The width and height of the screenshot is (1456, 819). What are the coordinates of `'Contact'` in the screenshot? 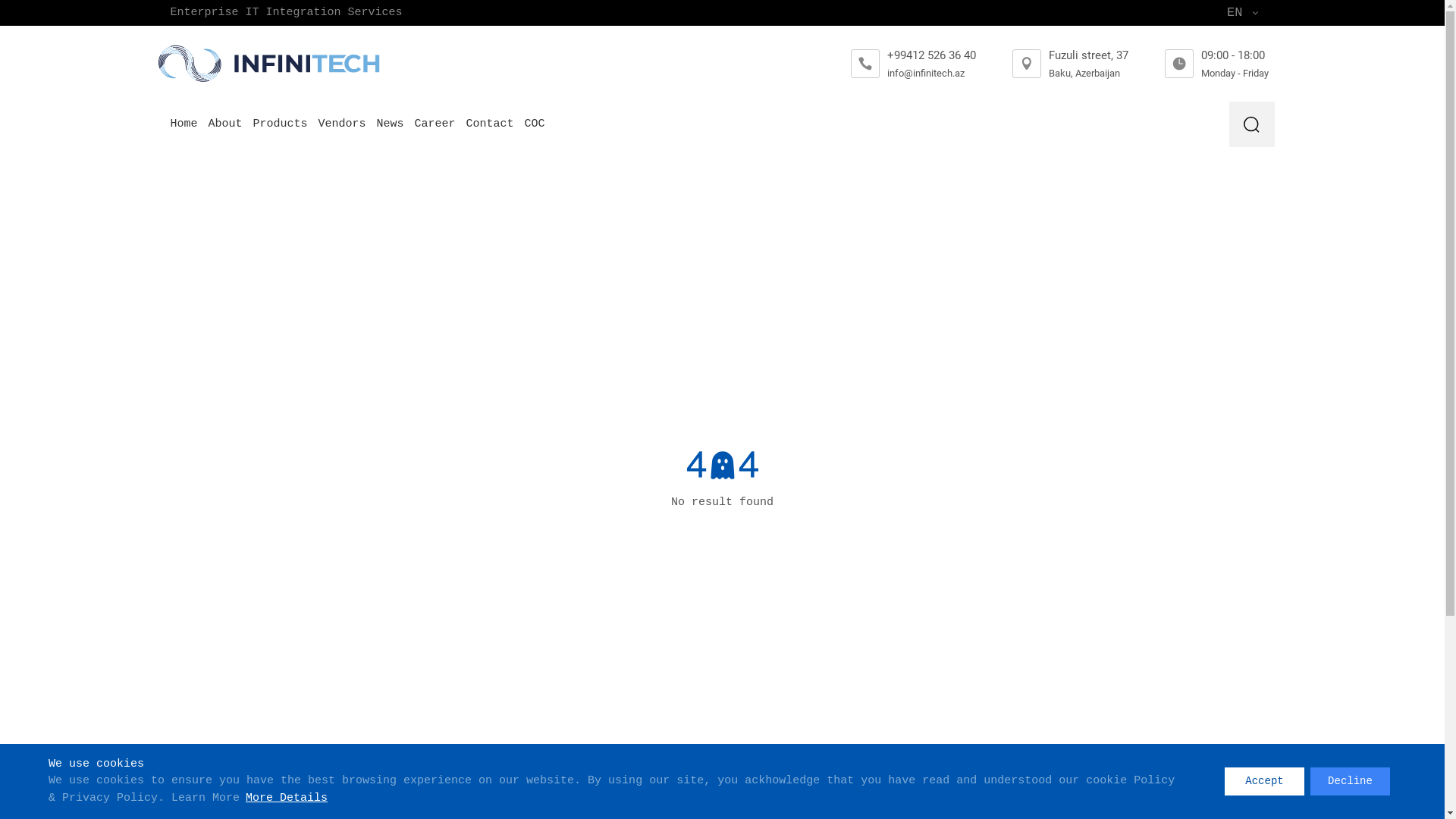 It's located at (465, 124).